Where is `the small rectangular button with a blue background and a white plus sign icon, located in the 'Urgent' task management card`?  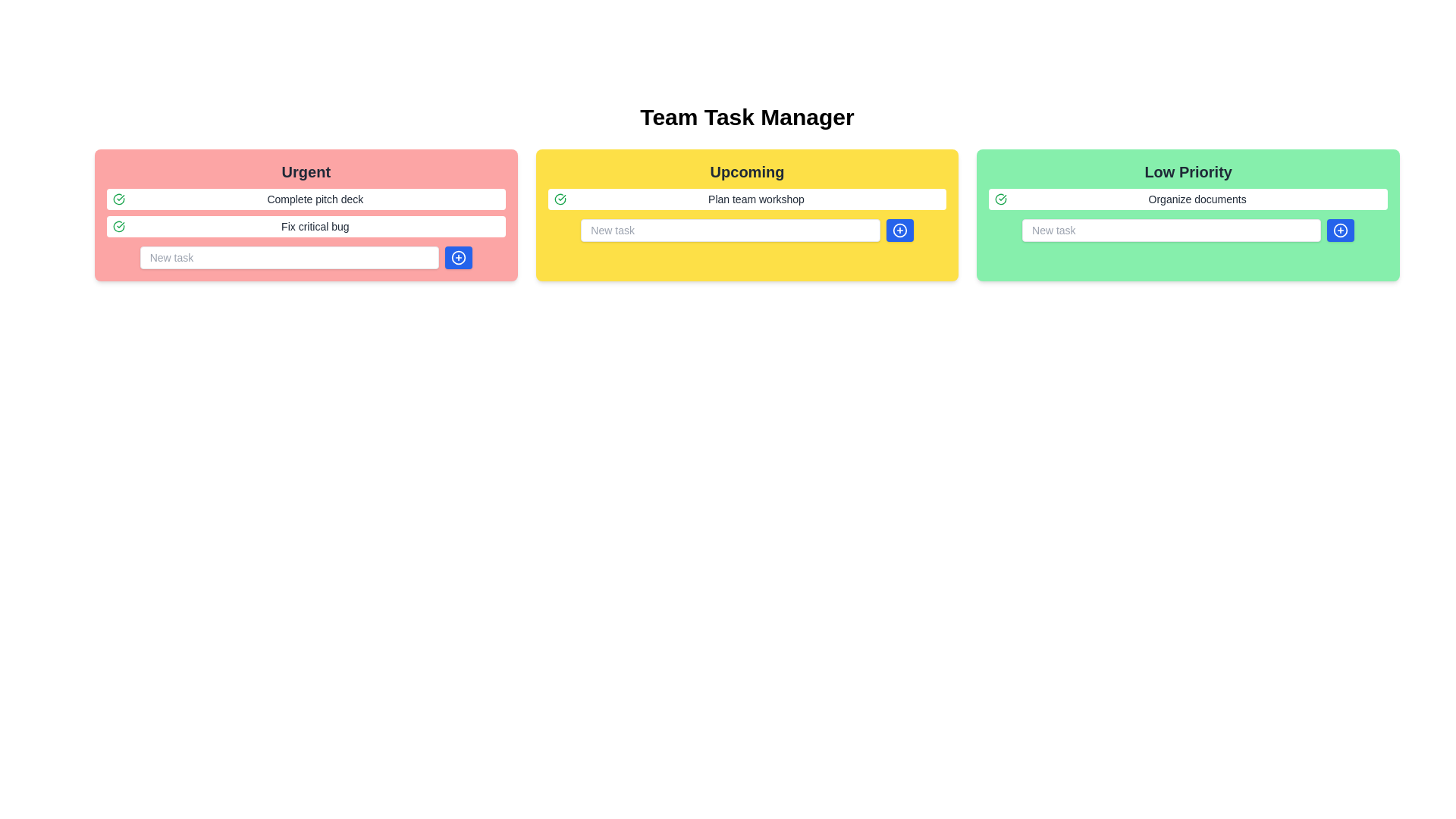 the small rectangular button with a blue background and a white plus sign icon, located in the 'Urgent' task management card is located at coordinates (457, 256).